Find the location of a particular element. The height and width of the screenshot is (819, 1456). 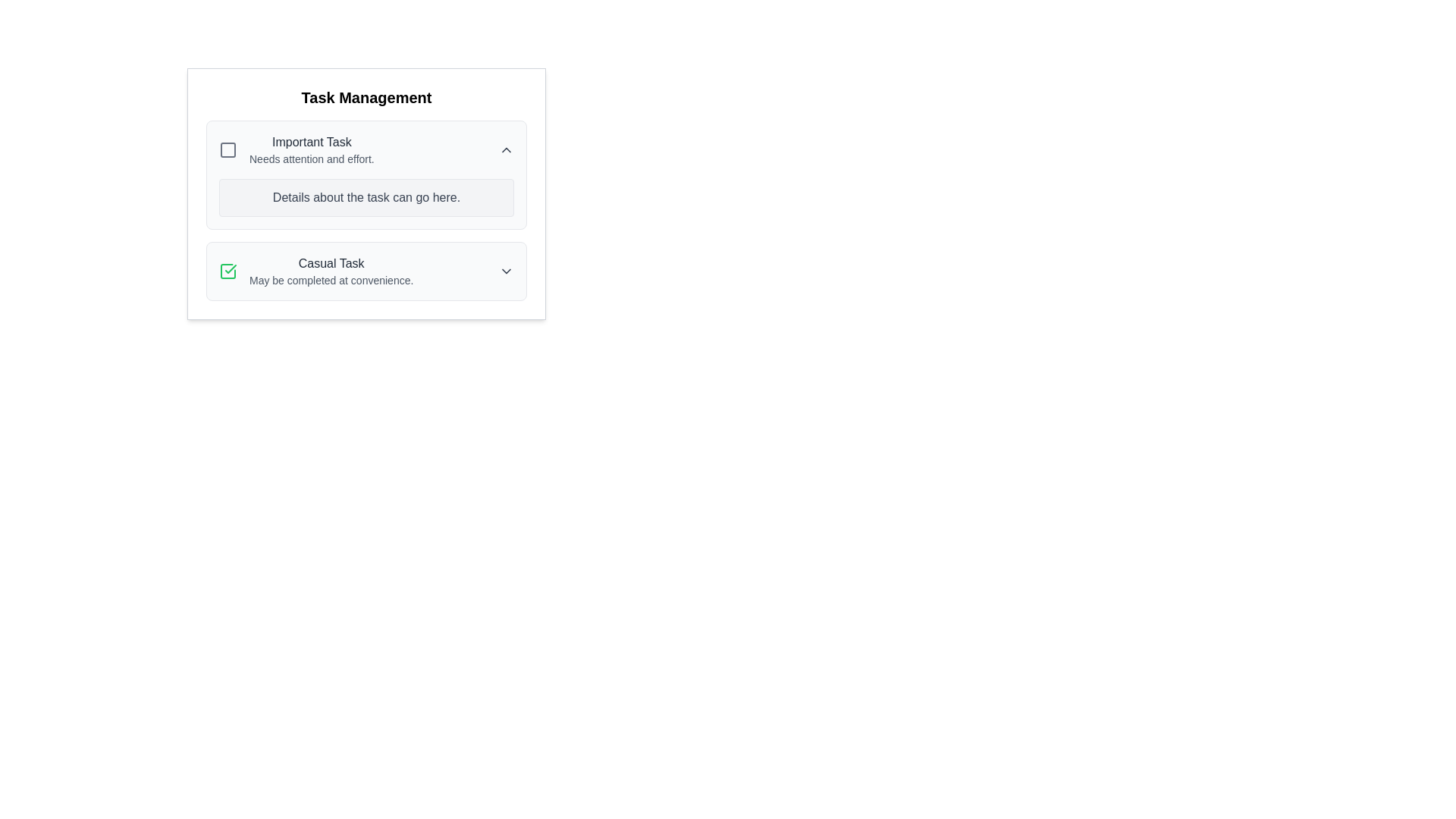

the checkmark icon located inside the 'Casual Task' row is located at coordinates (230, 268).